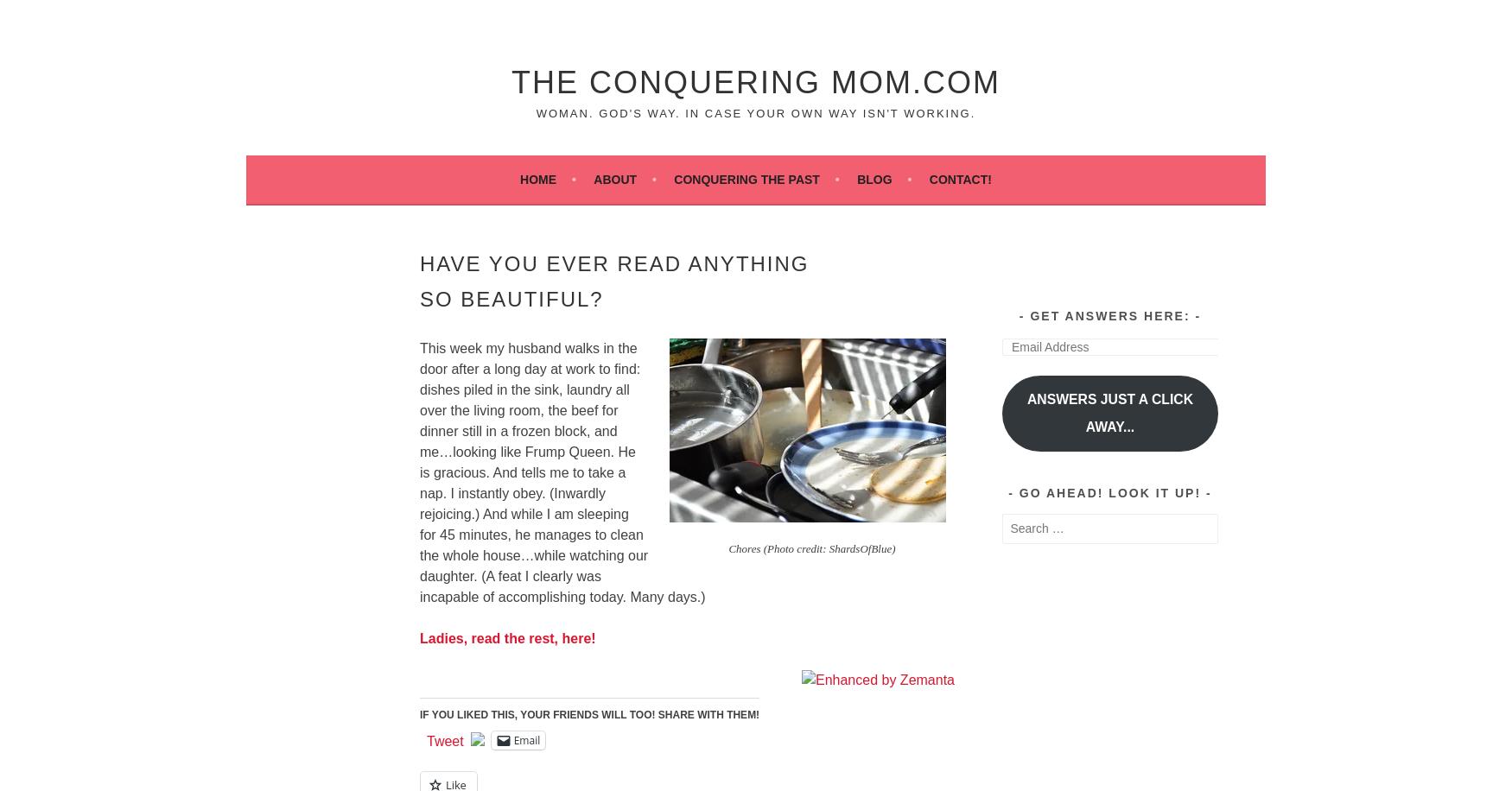 The image size is (1512, 791). What do you see at coordinates (538, 178) in the screenshot?
I see `'Home'` at bounding box center [538, 178].